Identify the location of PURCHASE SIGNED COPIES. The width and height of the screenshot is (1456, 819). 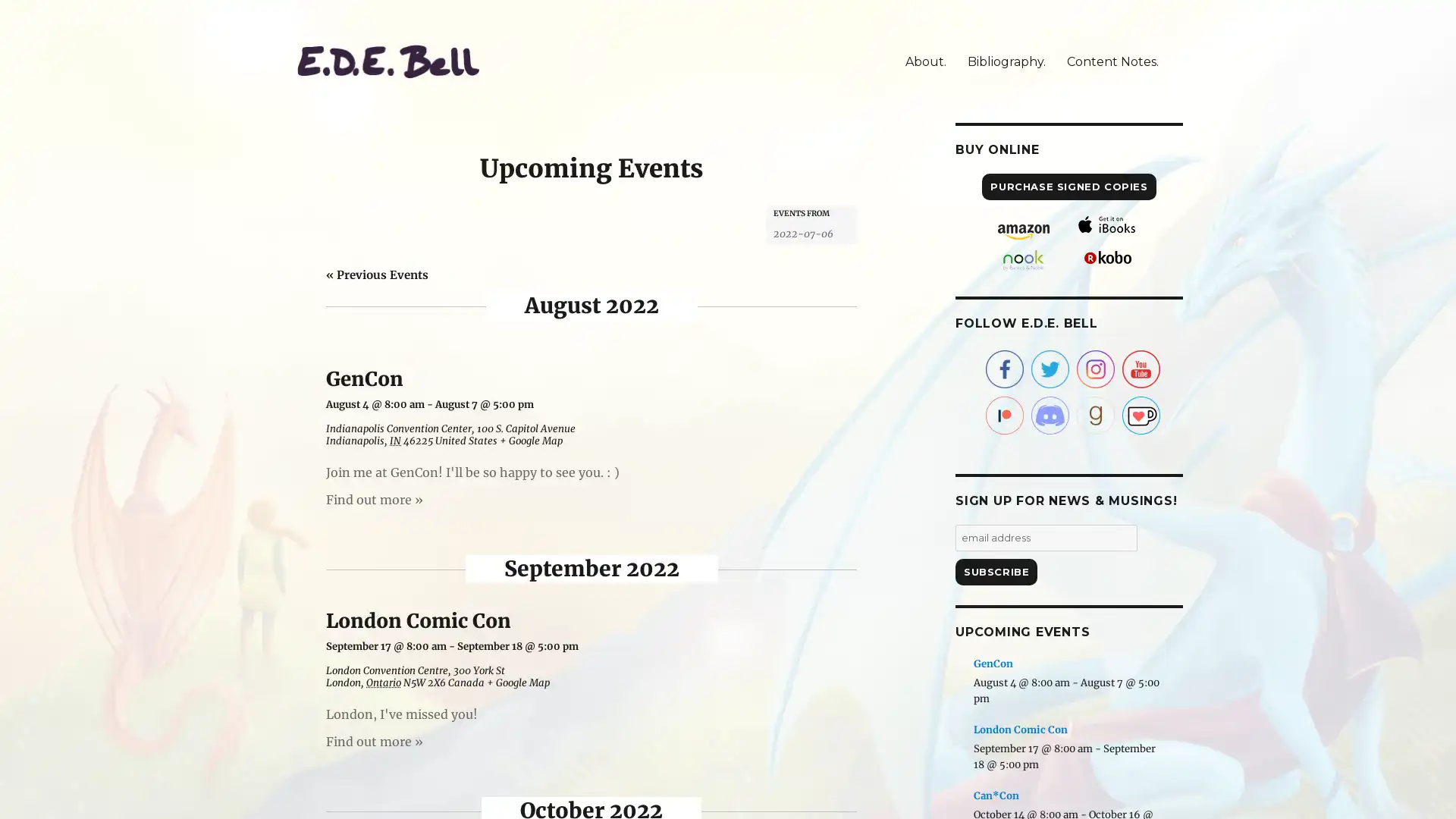
(1068, 186).